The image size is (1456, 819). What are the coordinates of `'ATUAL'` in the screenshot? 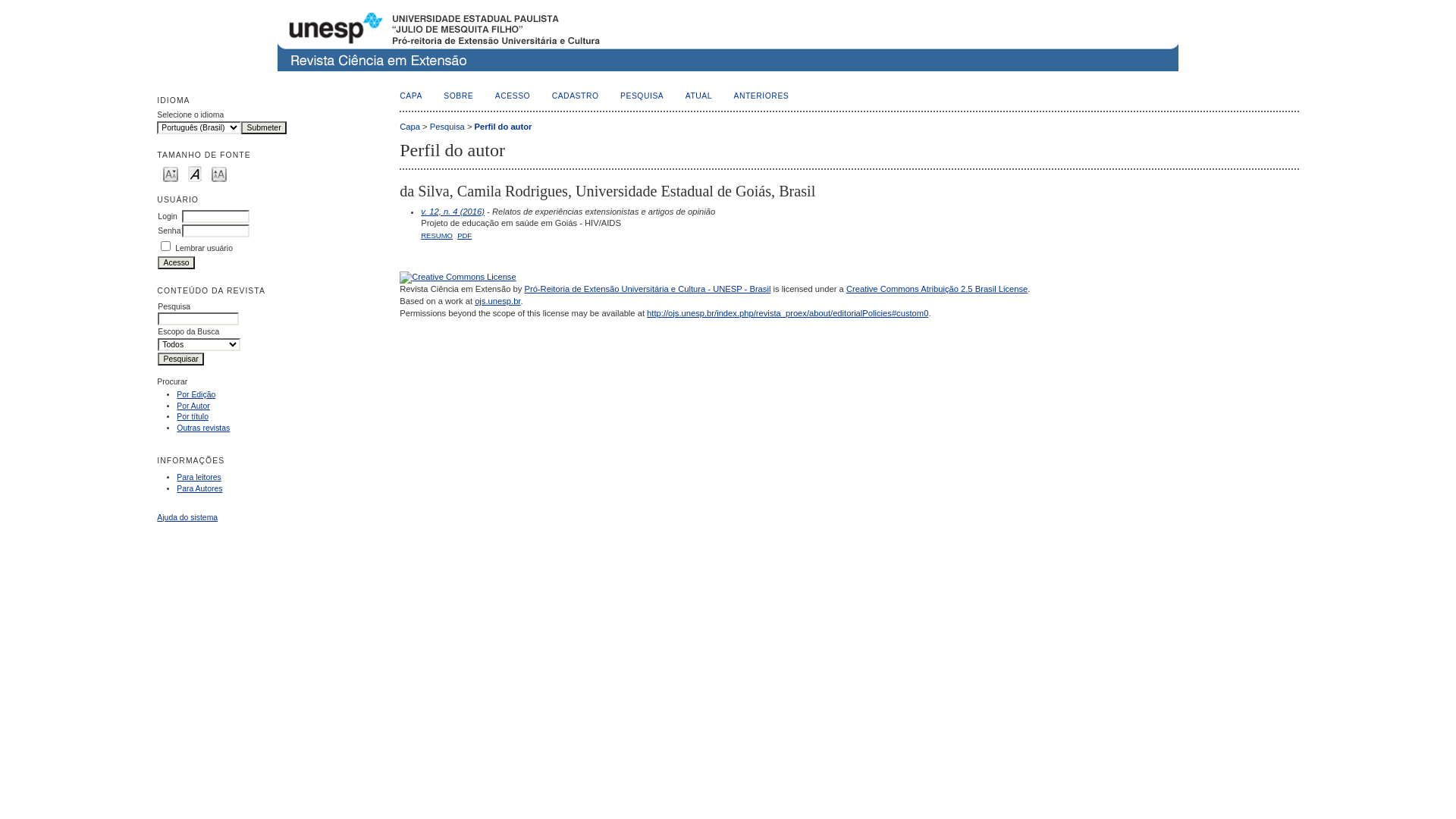 It's located at (698, 96).